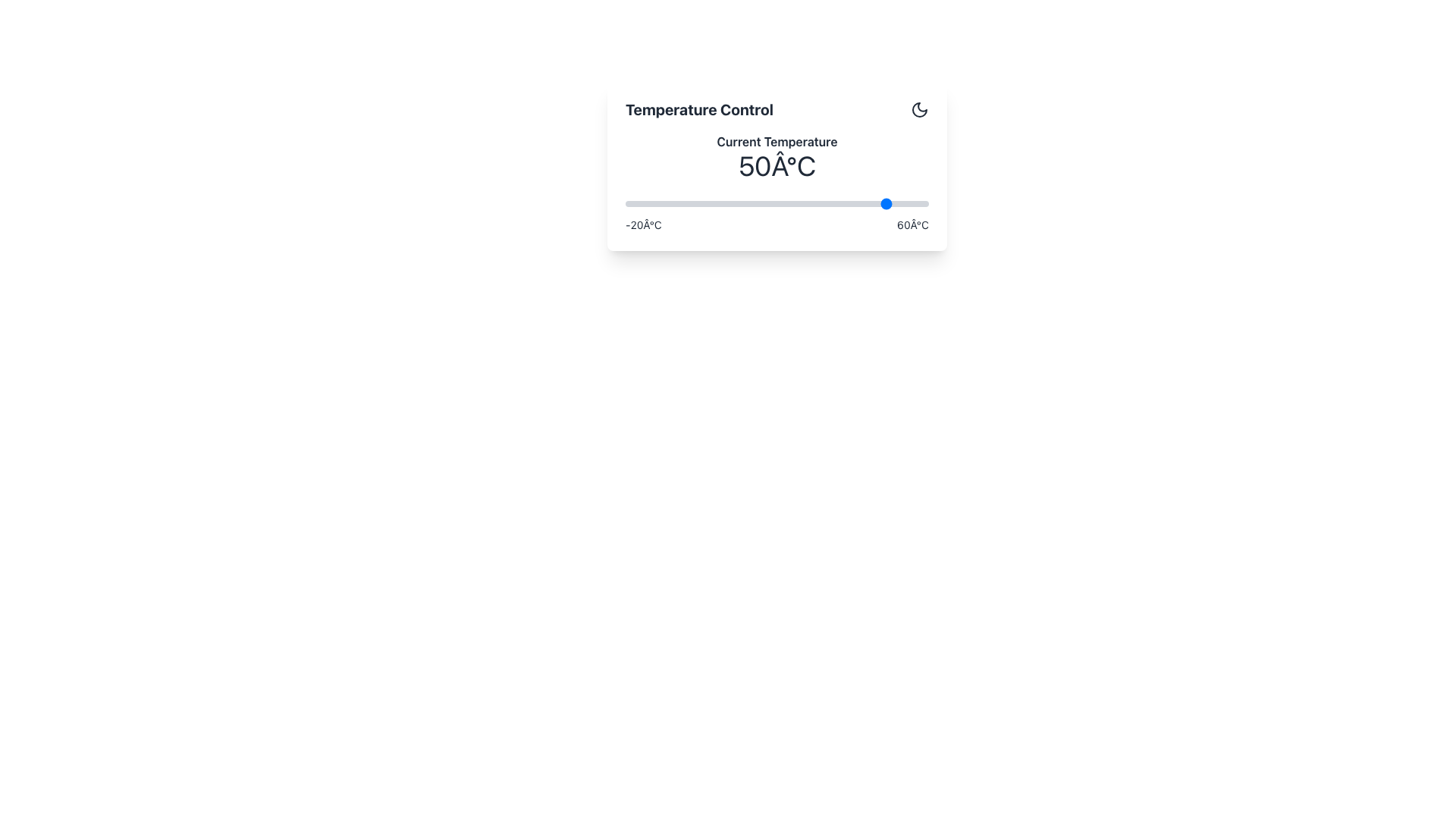 This screenshot has height=819, width=1456. Describe the element at coordinates (777, 225) in the screenshot. I see `the static text label displaying the temperature values '-20°C' and '60°C', which is positioned beneath the temperature slider` at that location.